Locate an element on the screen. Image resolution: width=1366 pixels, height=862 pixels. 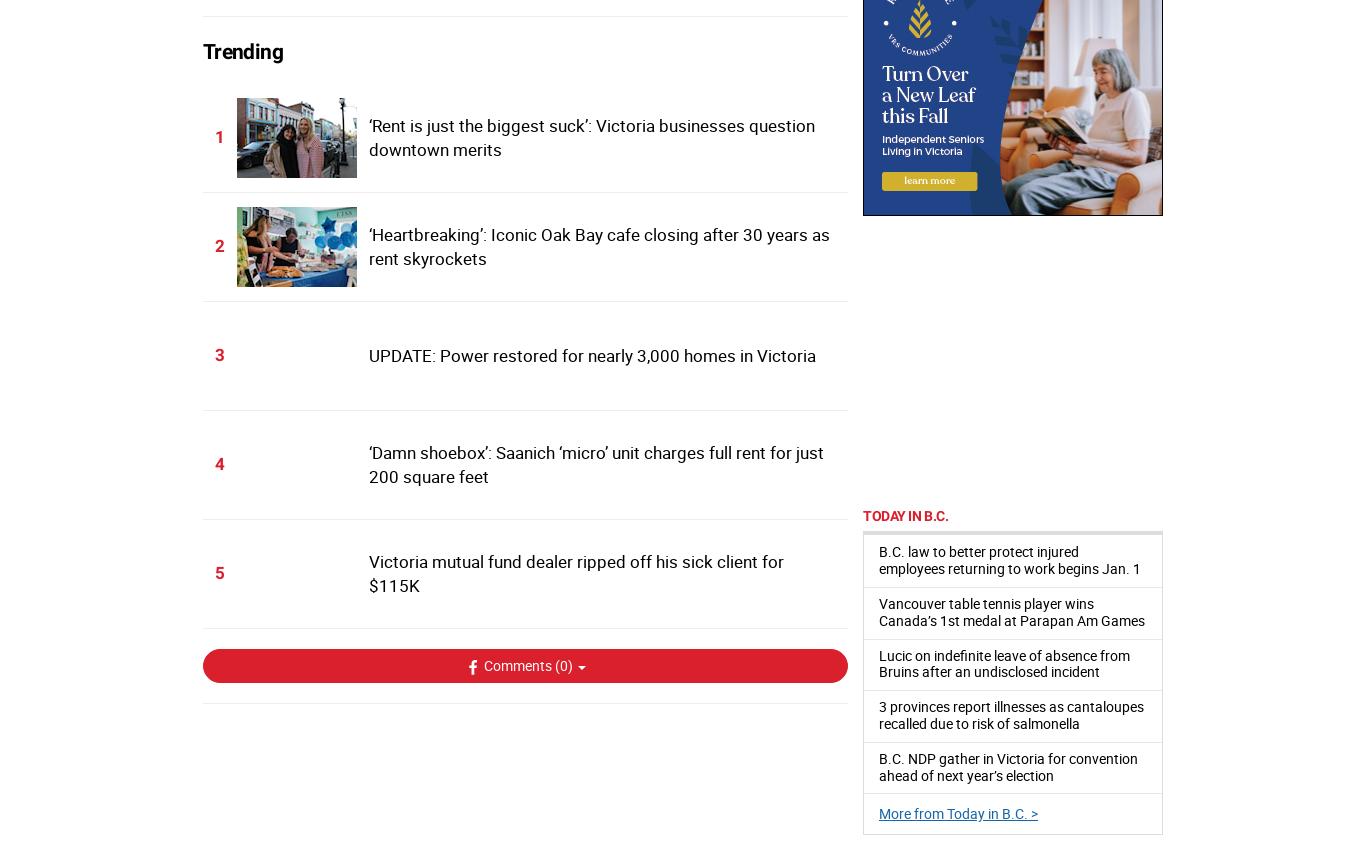
'Comments (' is located at coordinates (520, 664).